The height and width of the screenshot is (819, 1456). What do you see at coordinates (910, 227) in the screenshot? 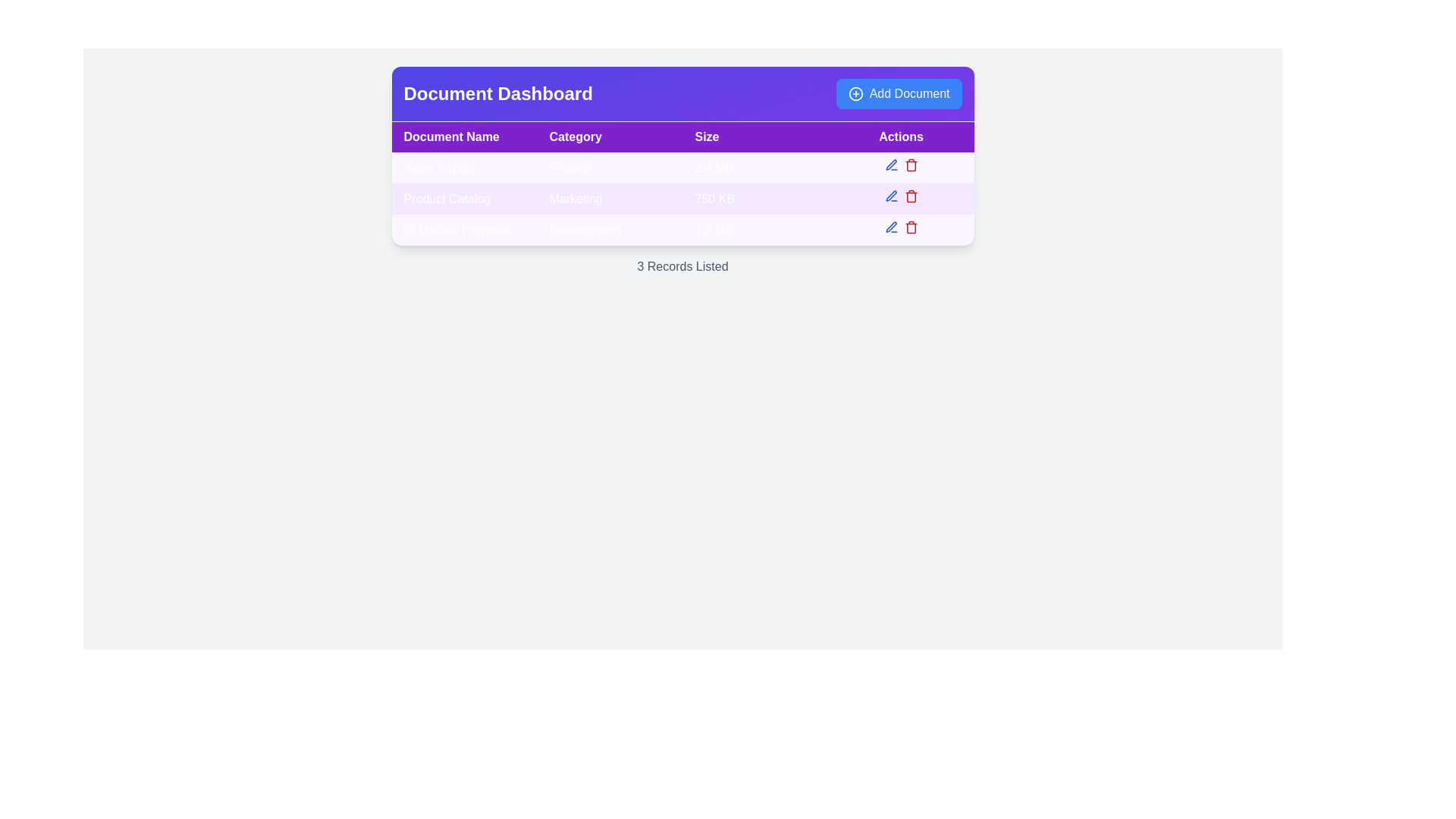
I see `the trash bin icon located at the far-right position within the 'Actions' column of the last row of the table` at bounding box center [910, 227].